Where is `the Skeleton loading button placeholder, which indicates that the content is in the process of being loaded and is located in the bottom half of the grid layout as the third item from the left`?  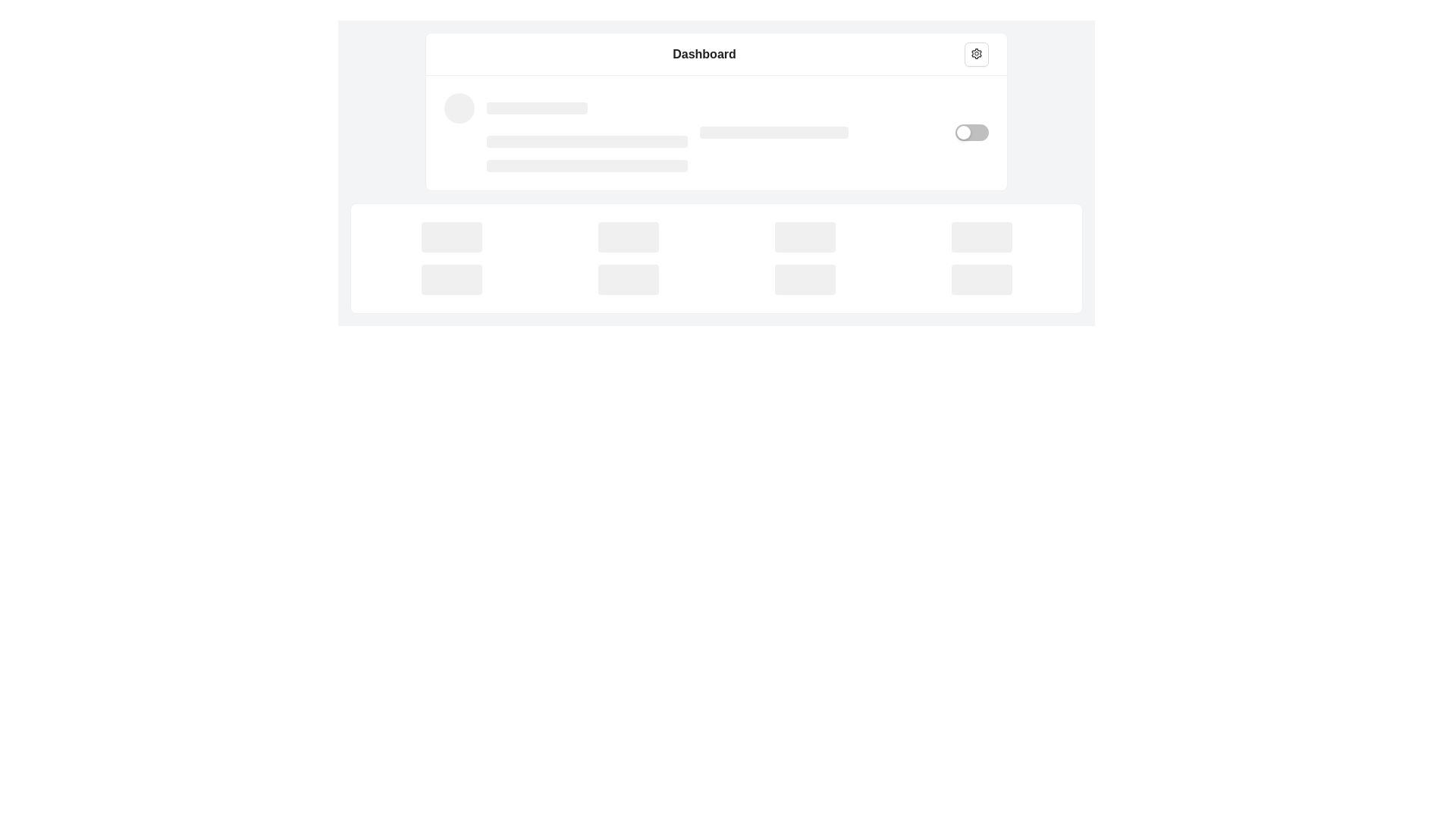
the Skeleton loading button placeholder, which indicates that the content is in the process of being loaded and is located in the bottom half of the grid layout as the third item from the left is located at coordinates (804, 237).